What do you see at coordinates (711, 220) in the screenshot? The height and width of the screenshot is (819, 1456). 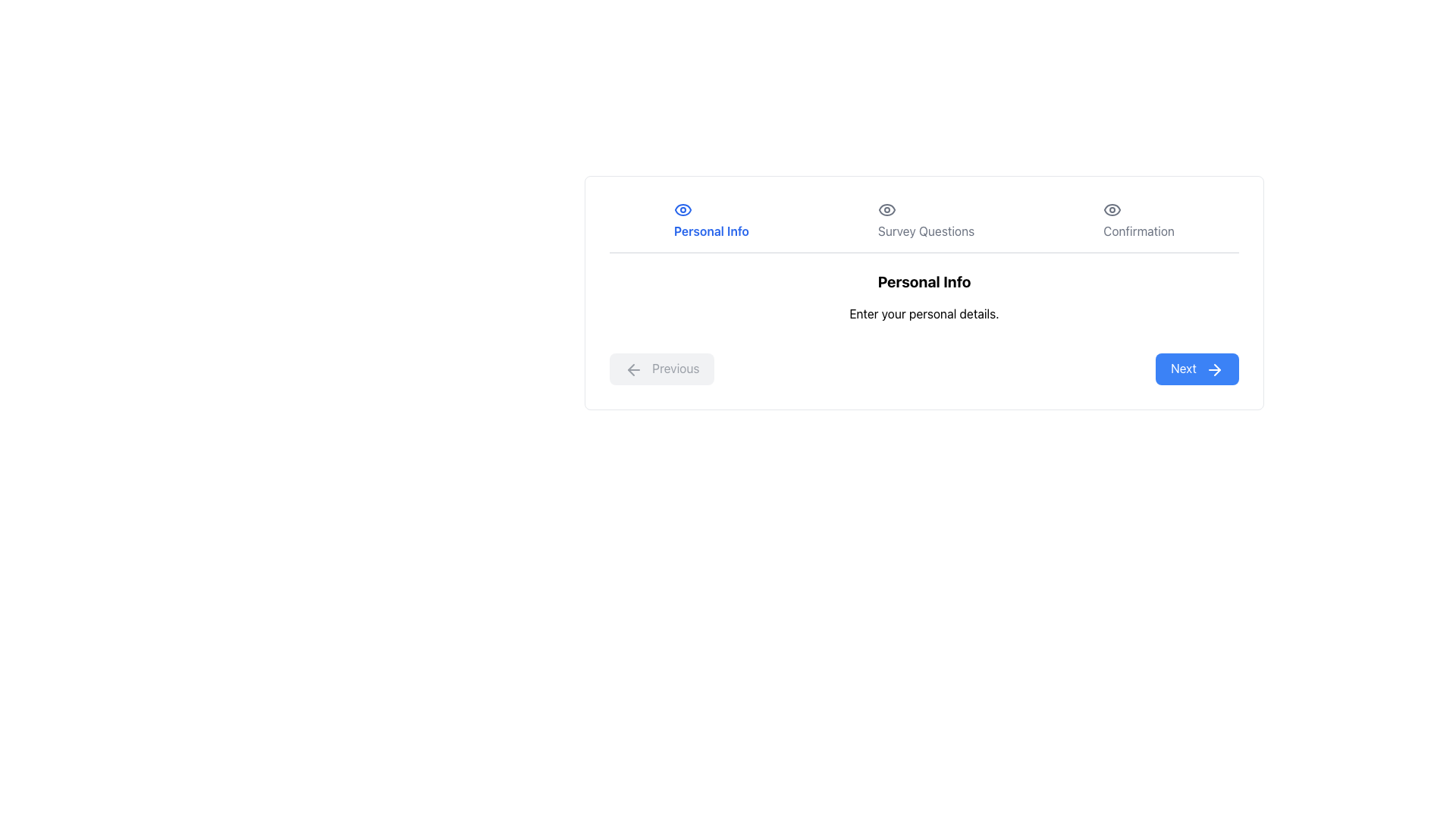 I see `the 'Personal Info' text label which indicates the current active step in the multi-step process` at bounding box center [711, 220].